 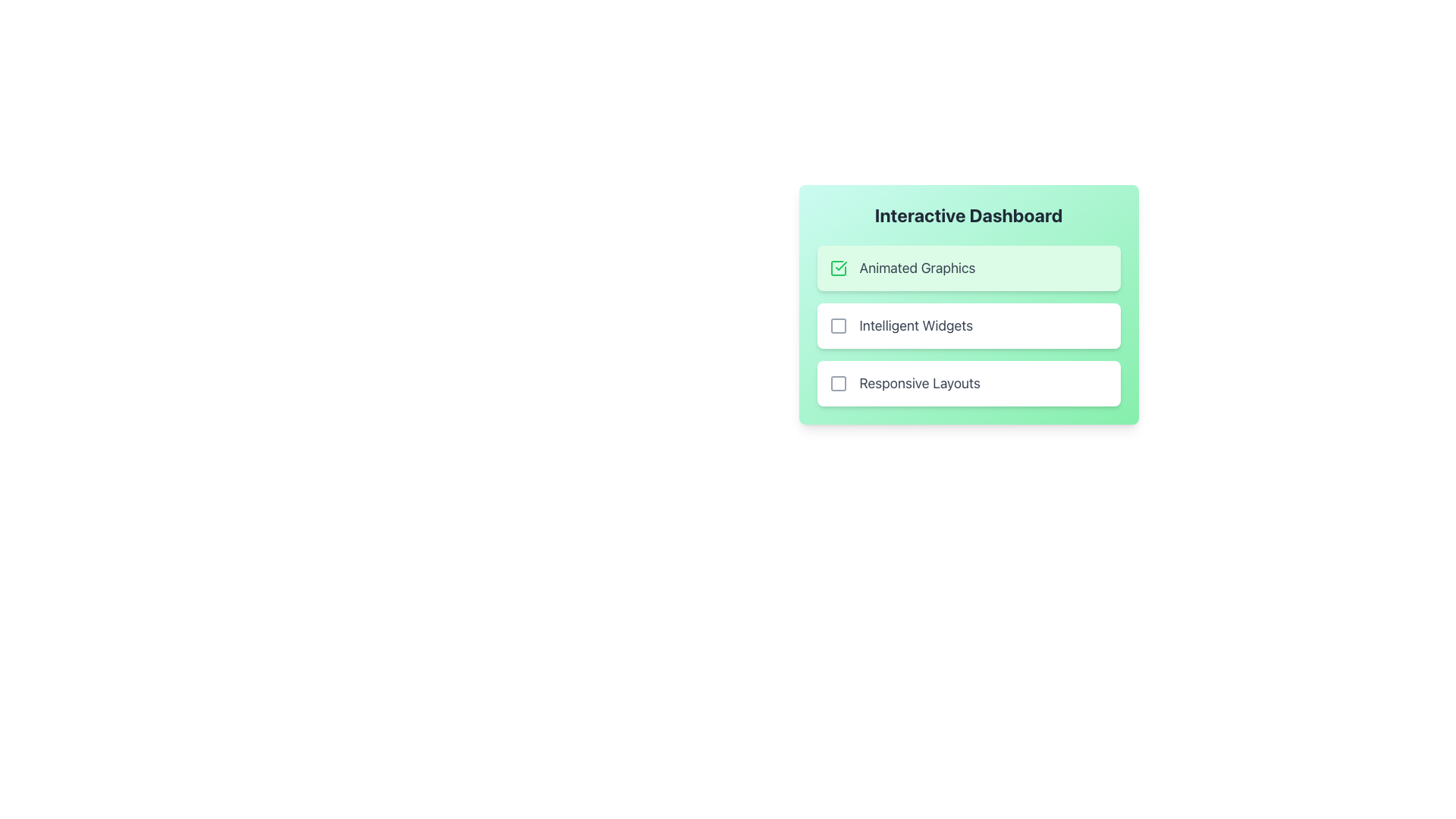 What do you see at coordinates (837, 268) in the screenshot?
I see `the Checkbox icon, which is a green checkmark within a square, the first selectable item in the list preceding the text 'Animated Graphics'` at bounding box center [837, 268].